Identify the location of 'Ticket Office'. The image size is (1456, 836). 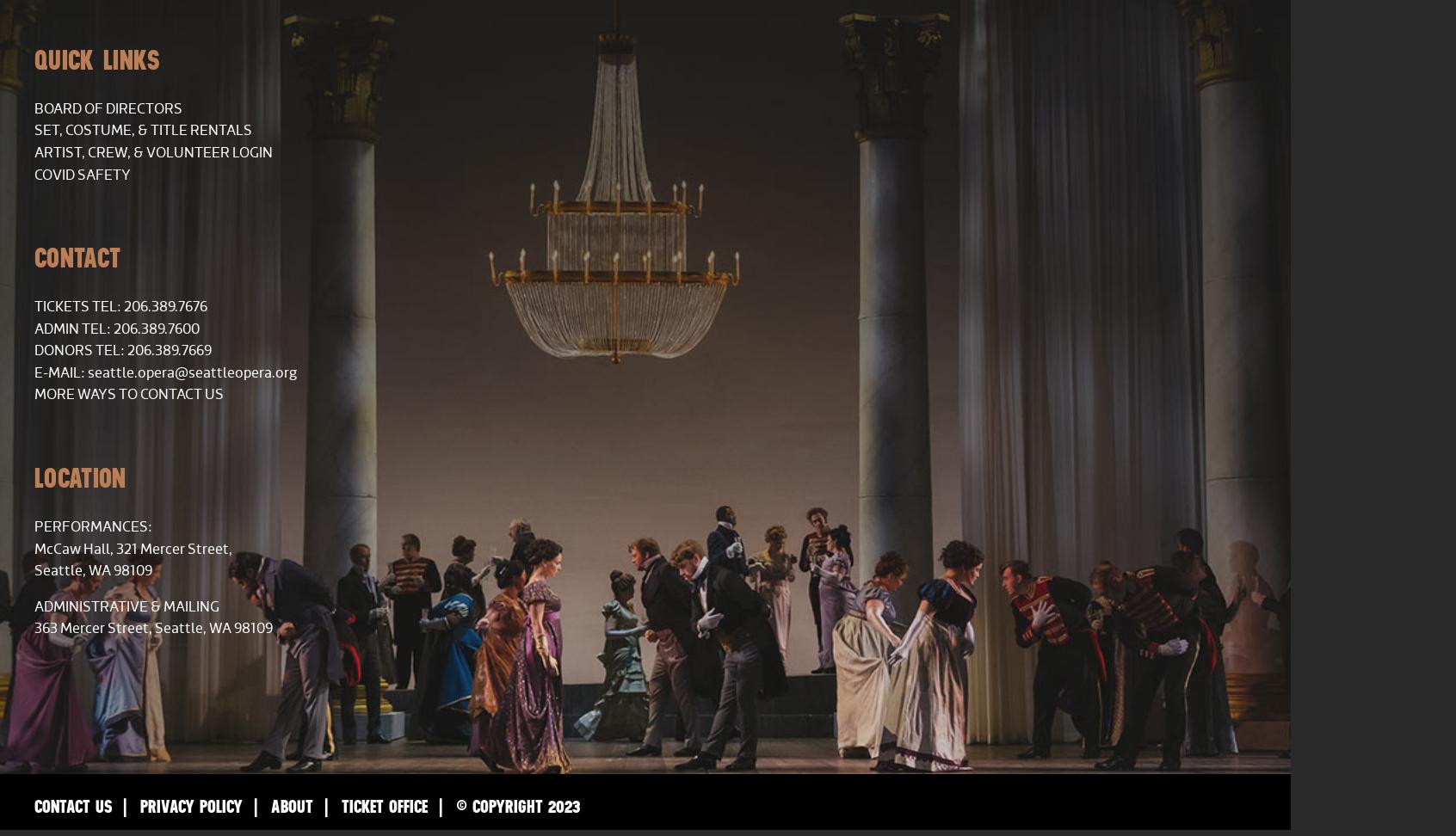
(384, 804).